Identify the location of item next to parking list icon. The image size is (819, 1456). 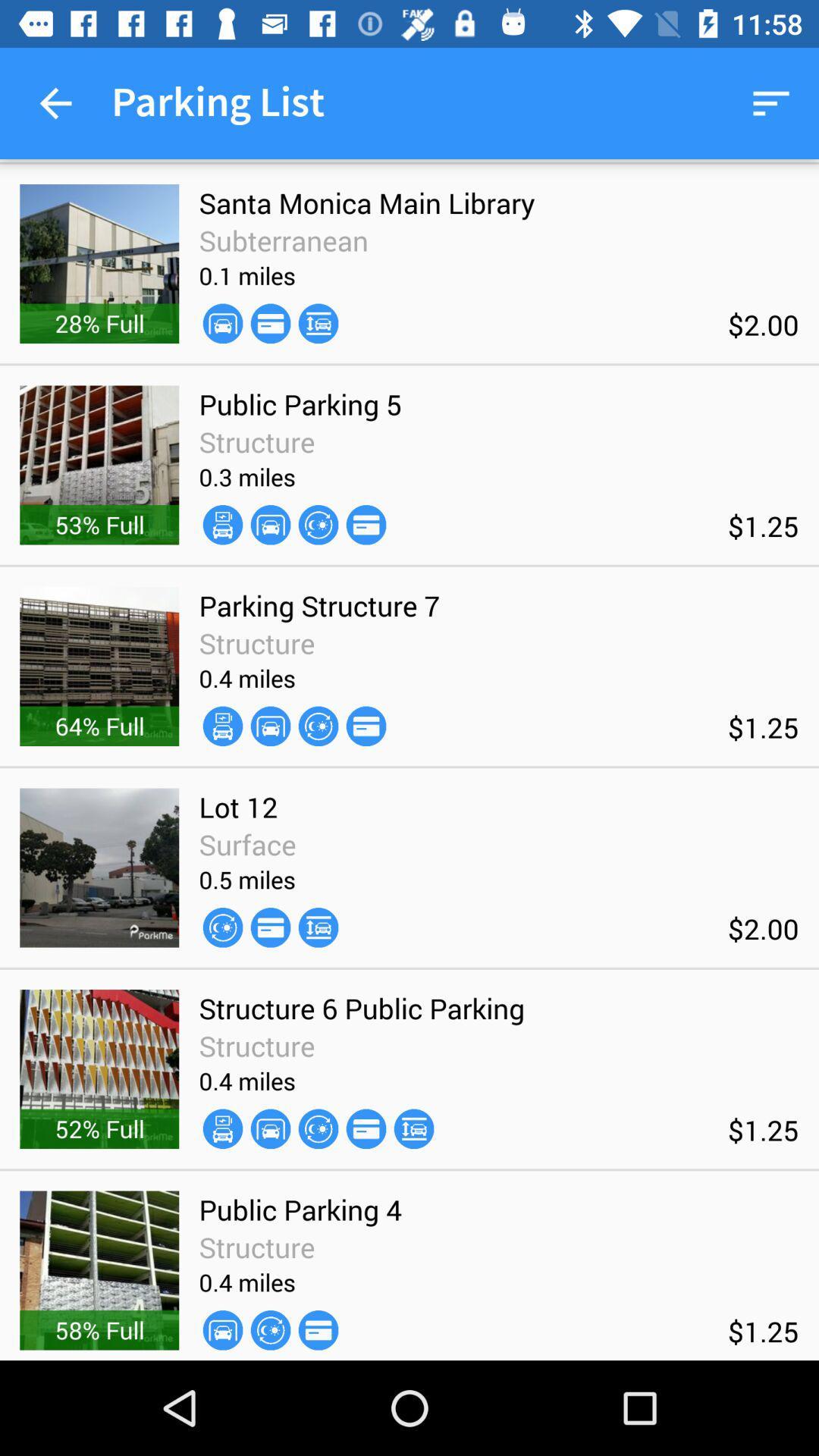
(55, 102).